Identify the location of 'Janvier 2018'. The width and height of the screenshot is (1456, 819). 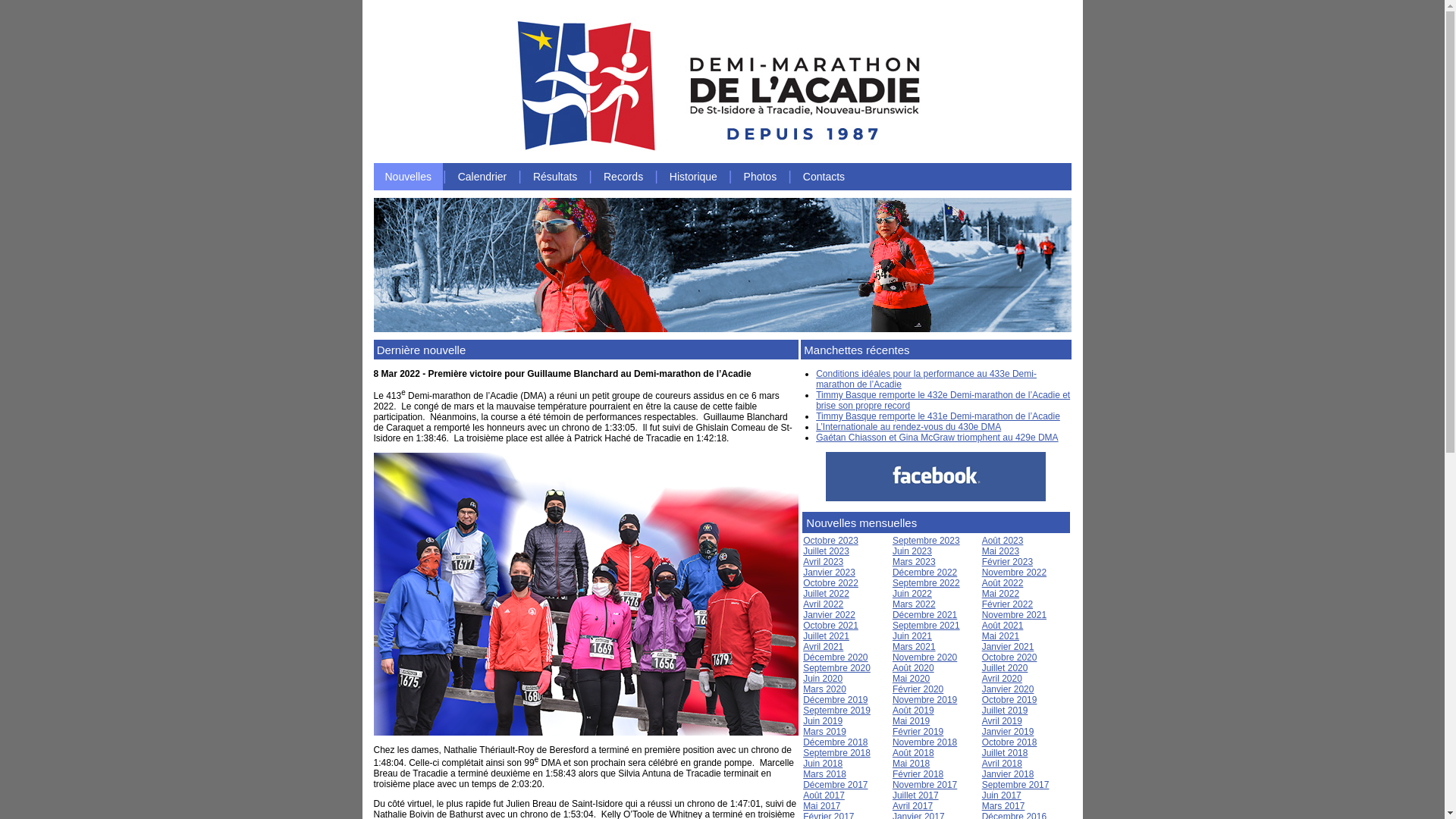
(982, 774).